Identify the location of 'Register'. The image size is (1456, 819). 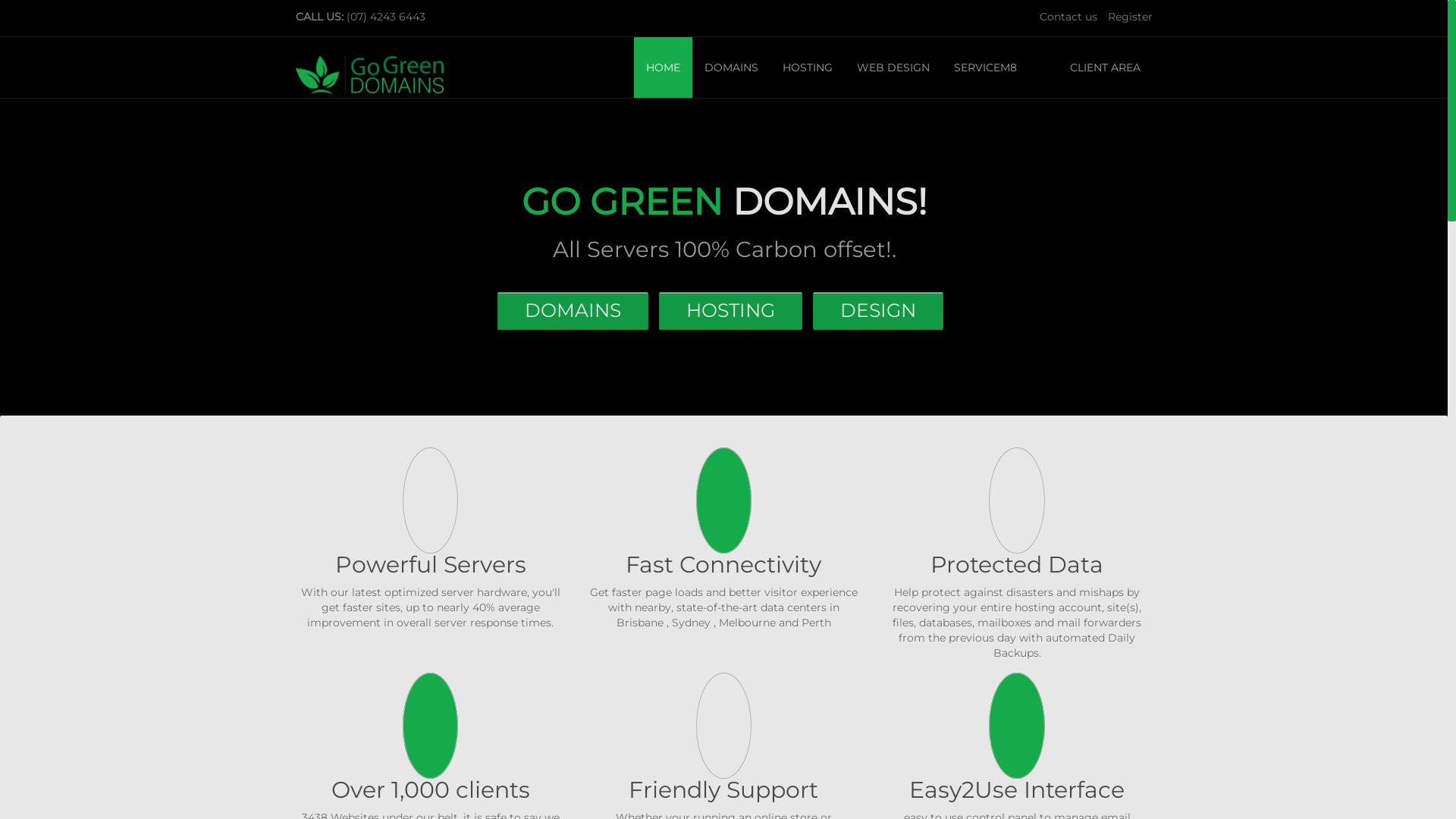
(1129, 17).